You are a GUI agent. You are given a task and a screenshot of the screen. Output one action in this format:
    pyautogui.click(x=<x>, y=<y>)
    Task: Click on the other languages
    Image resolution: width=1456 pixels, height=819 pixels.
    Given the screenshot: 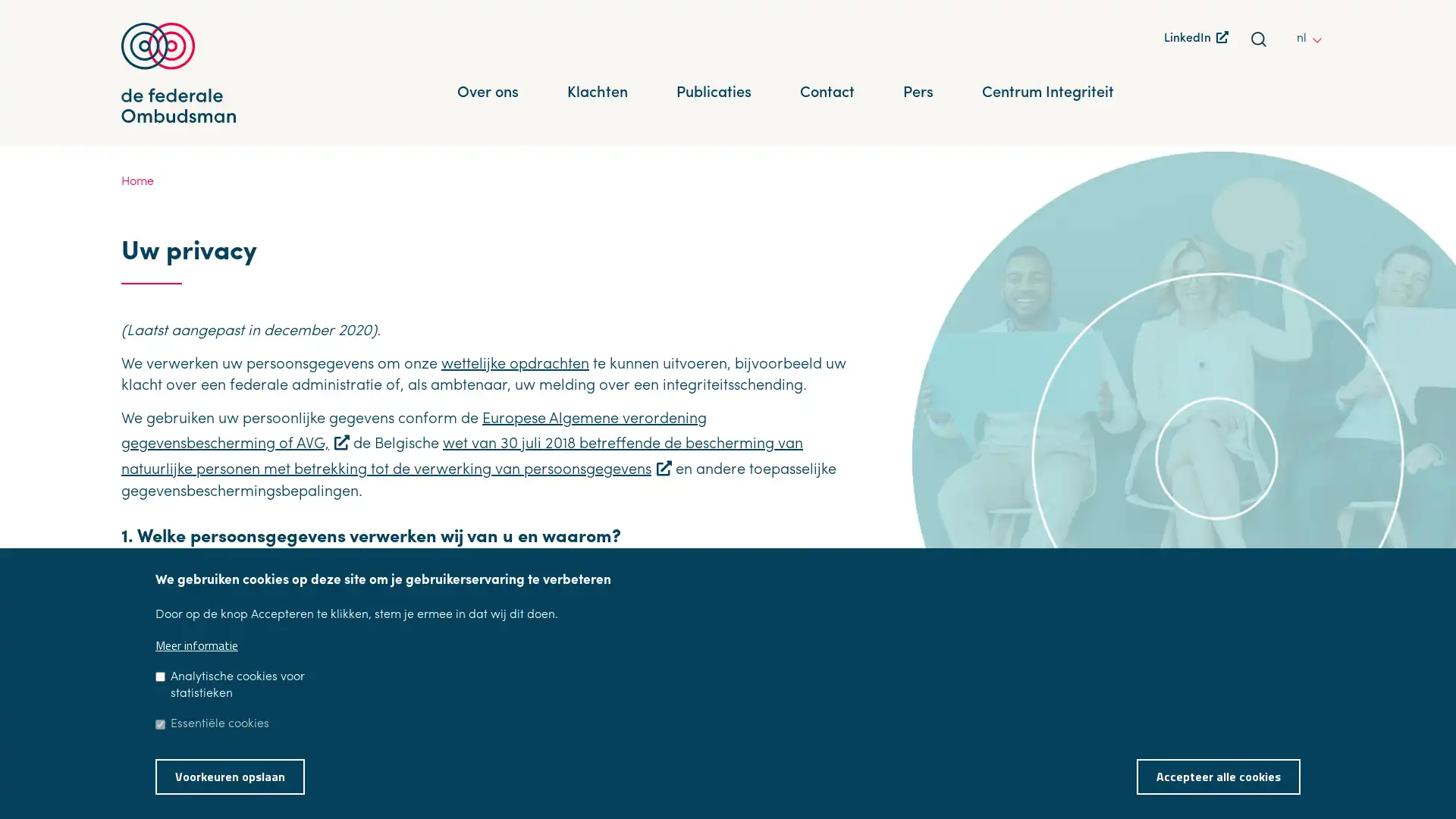 What is the action you would take?
    pyautogui.click(x=1320, y=37)
    